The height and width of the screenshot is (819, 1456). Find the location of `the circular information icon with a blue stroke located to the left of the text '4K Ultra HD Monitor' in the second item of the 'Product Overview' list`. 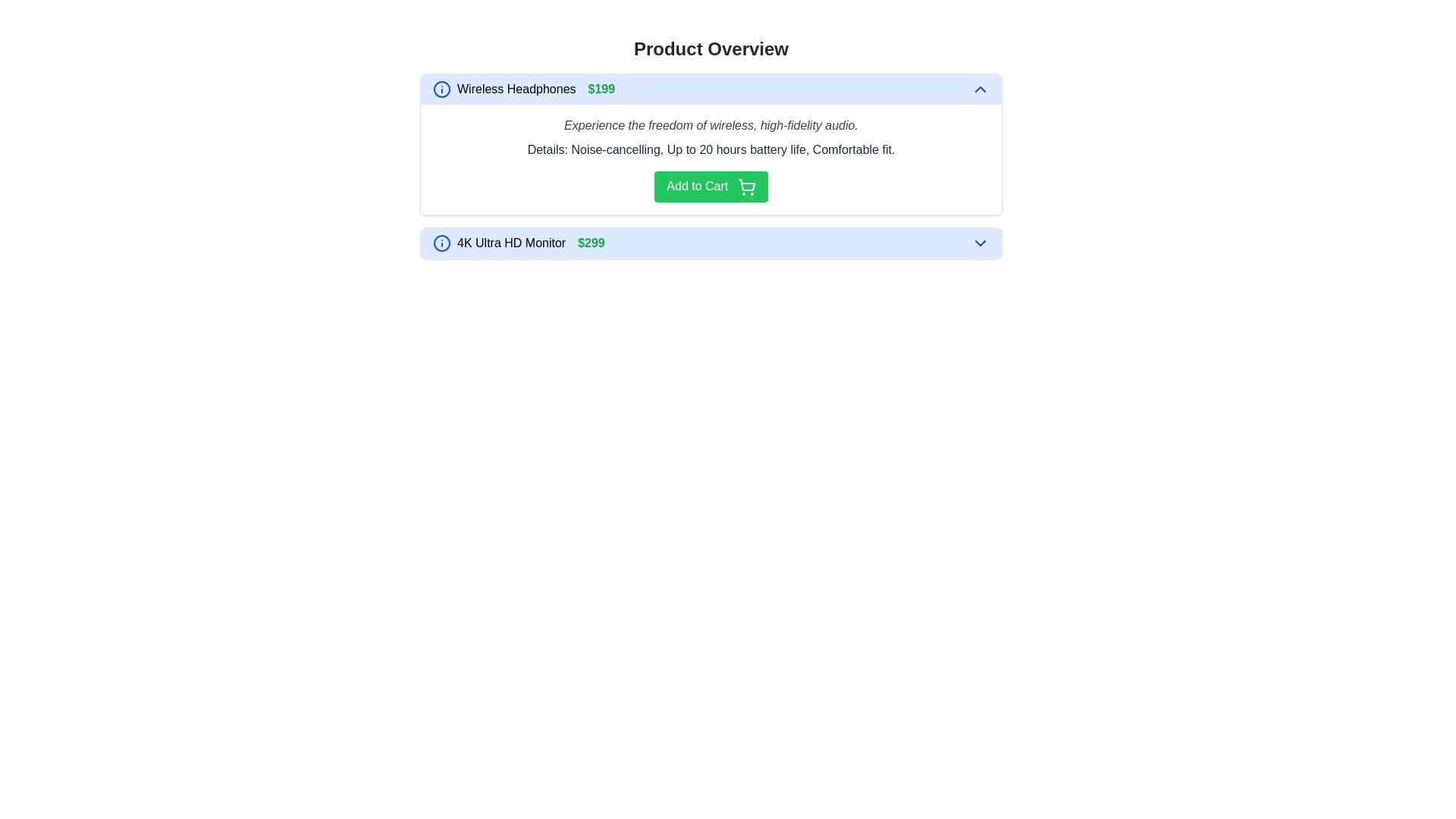

the circular information icon with a blue stroke located to the left of the text '4K Ultra HD Monitor' in the second item of the 'Product Overview' list is located at coordinates (441, 242).